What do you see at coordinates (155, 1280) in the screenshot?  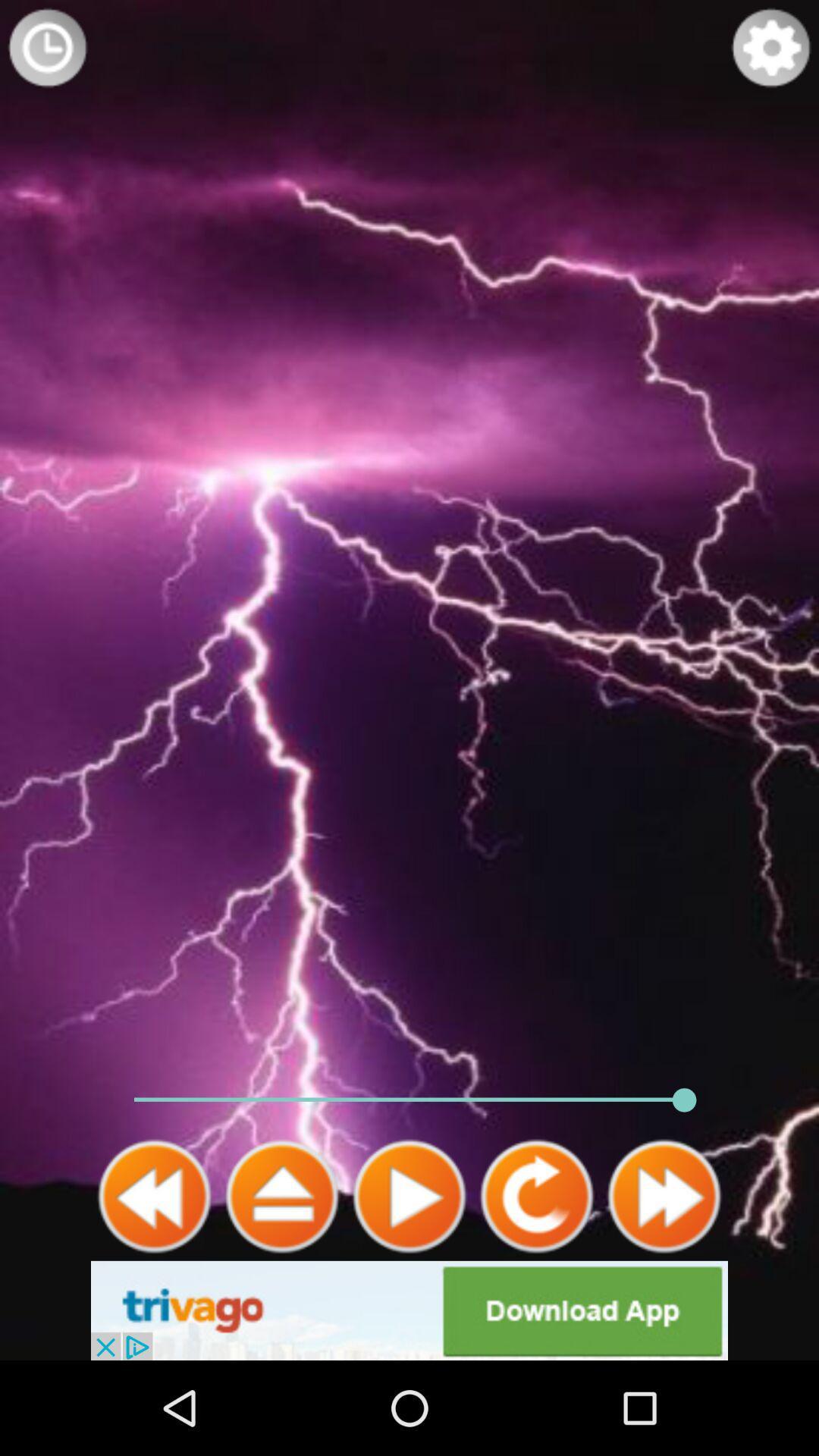 I see `the av_rewind icon` at bounding box center [155, 1280].